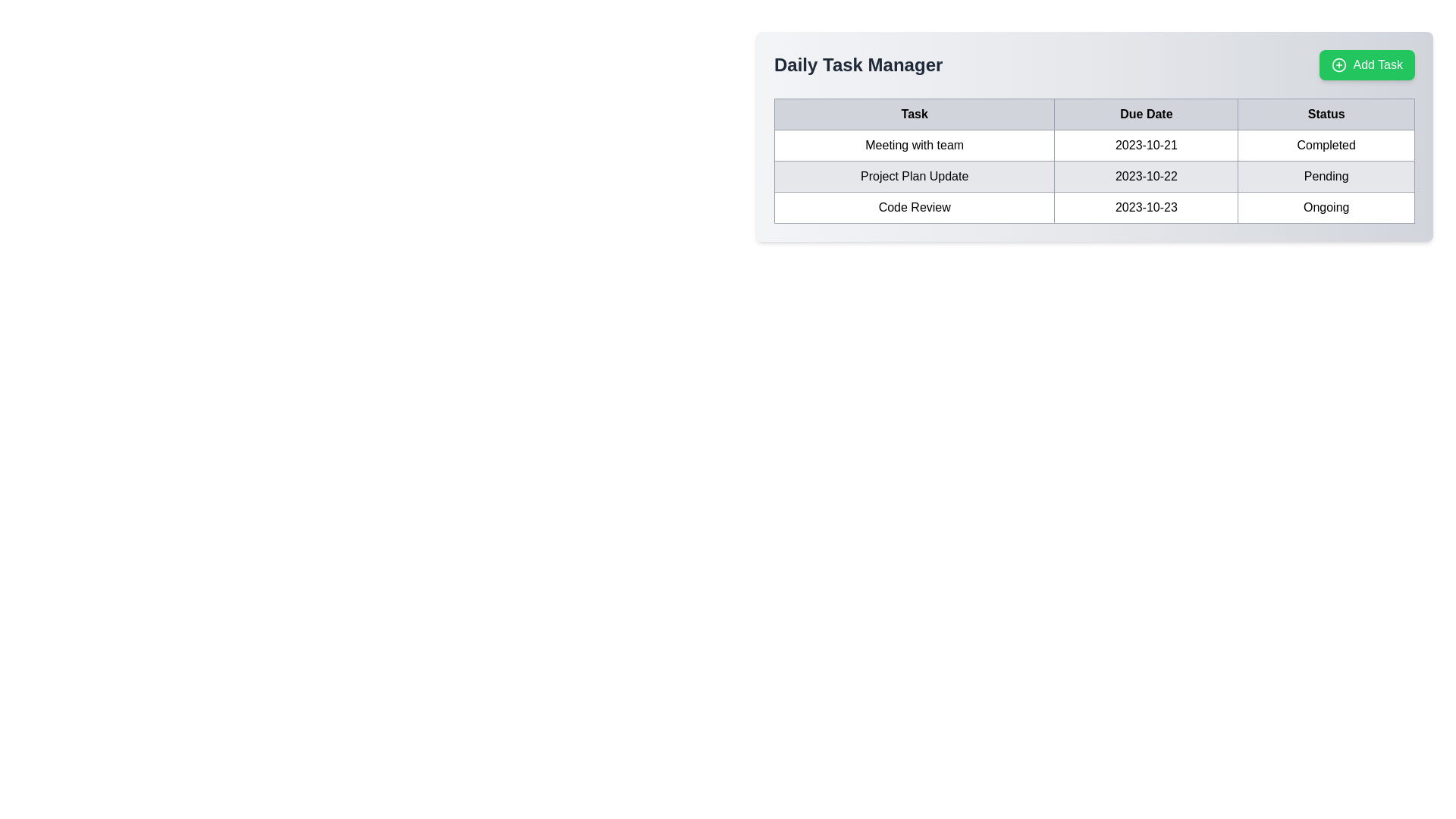 The height and width of the screenshot is (819, 1456). I want to click on the date text label showing '2023-10-23' located in the third row, second column of the table under the 'Due Date' header, so click(1146, 207).